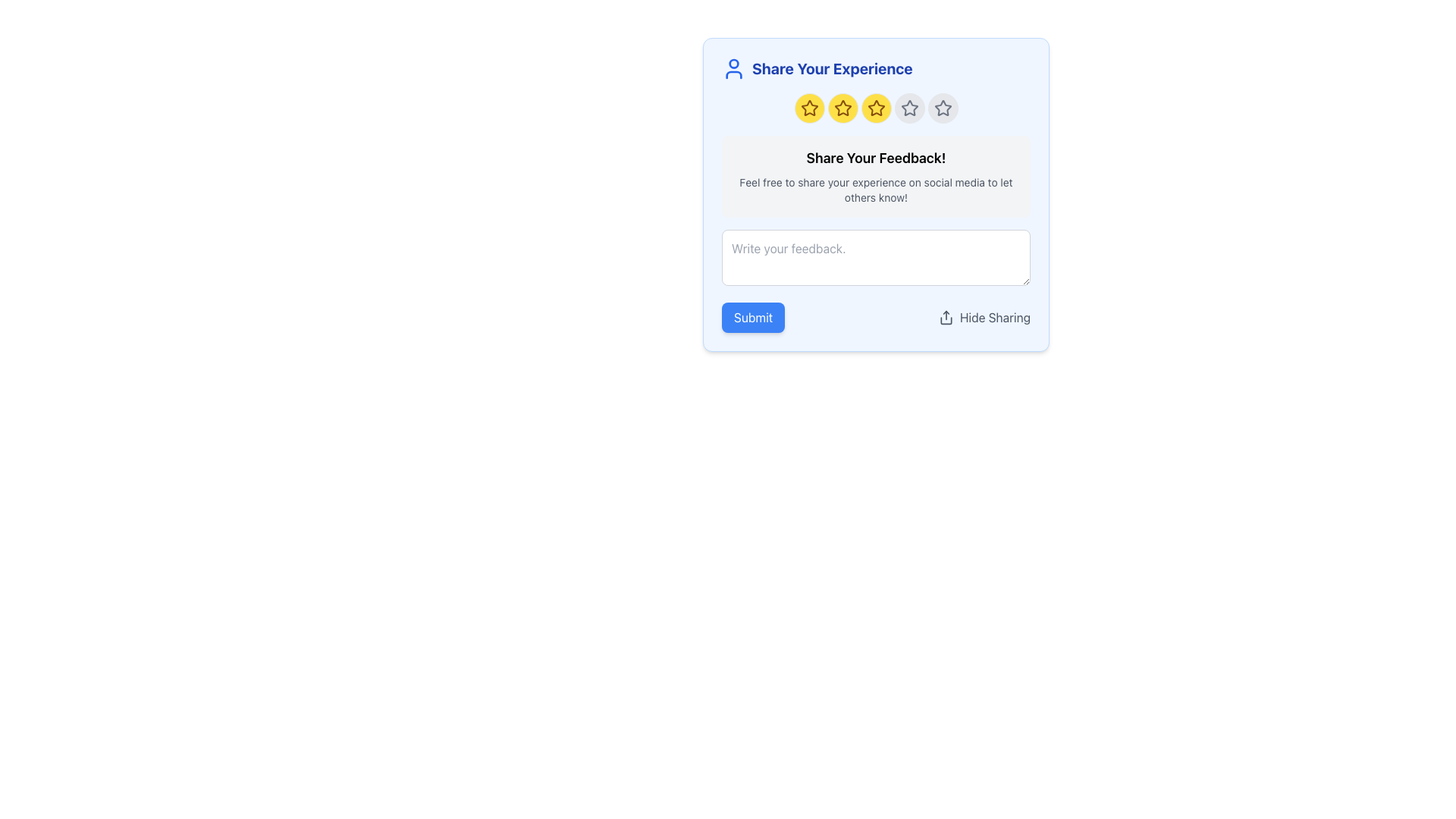 The width and height of the screenshot is (1456, 819). I want to click on the second yellow star icon in the rating sequence, so click(842, 107).